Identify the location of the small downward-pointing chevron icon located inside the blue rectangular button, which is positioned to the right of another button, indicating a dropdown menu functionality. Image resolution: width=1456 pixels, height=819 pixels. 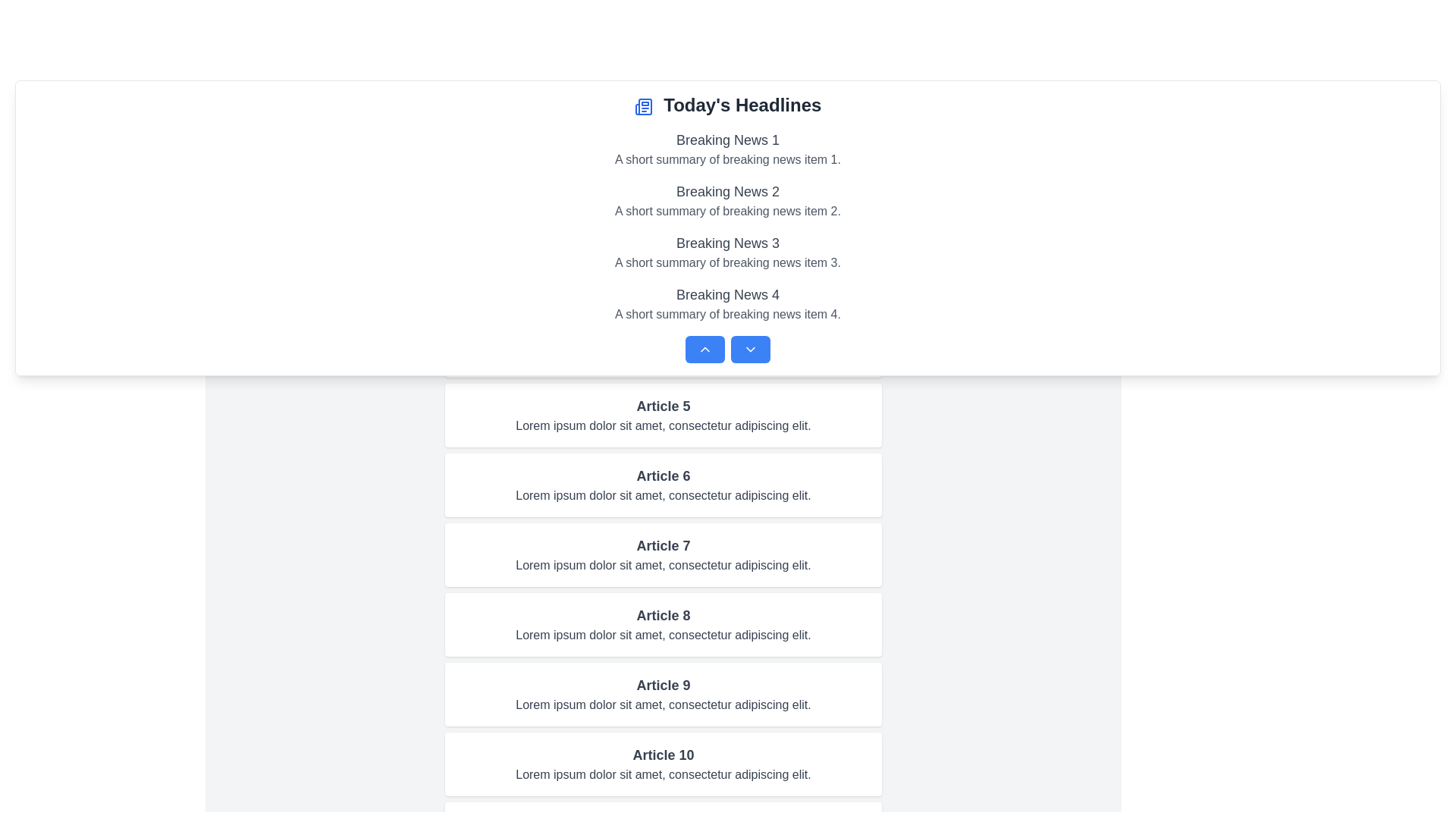
(750, 350).